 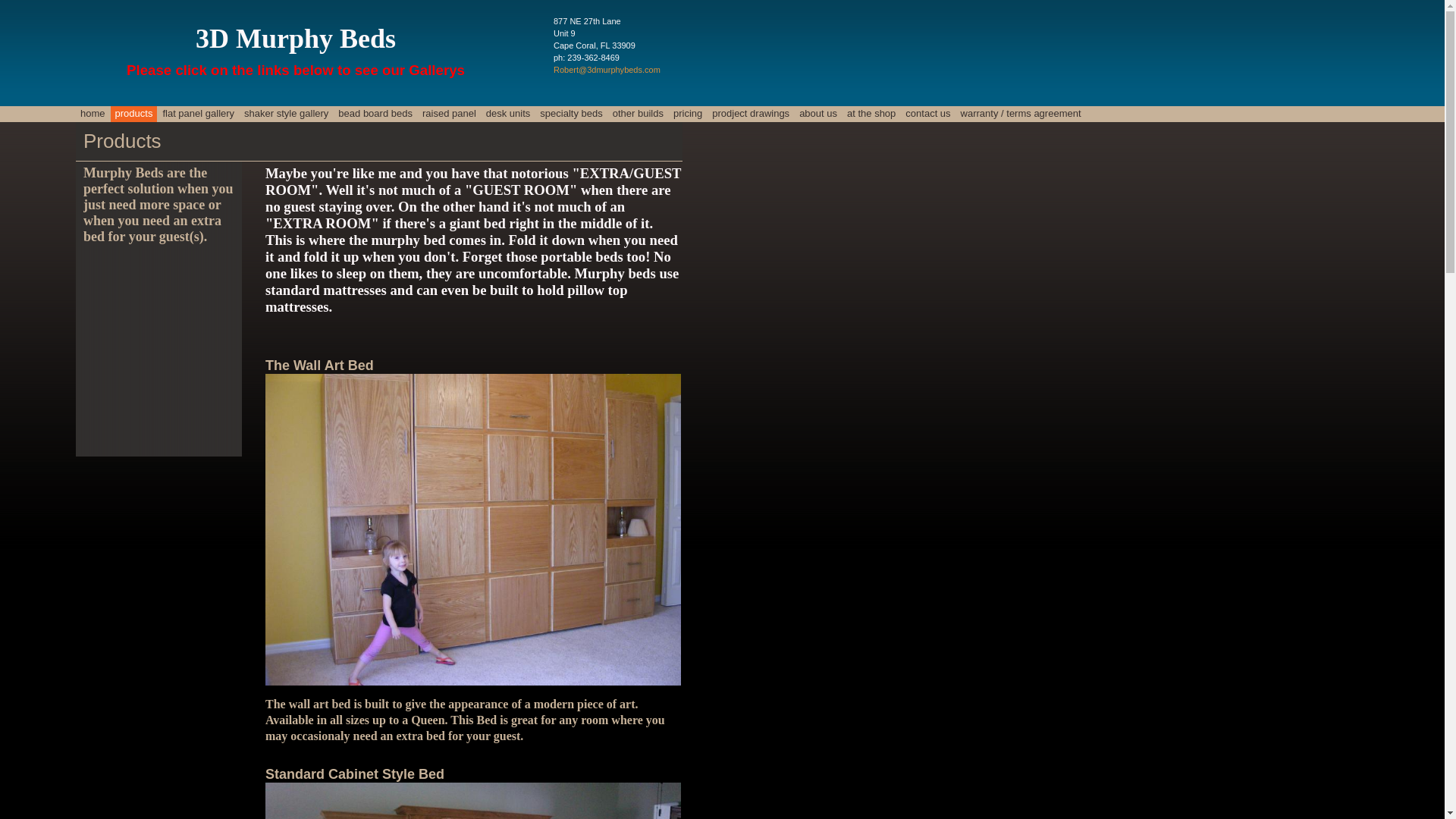 What do you see at coordinates (841, 113) in the screenshot?
I see `'at the shop'` at bounding box center [841, 113].